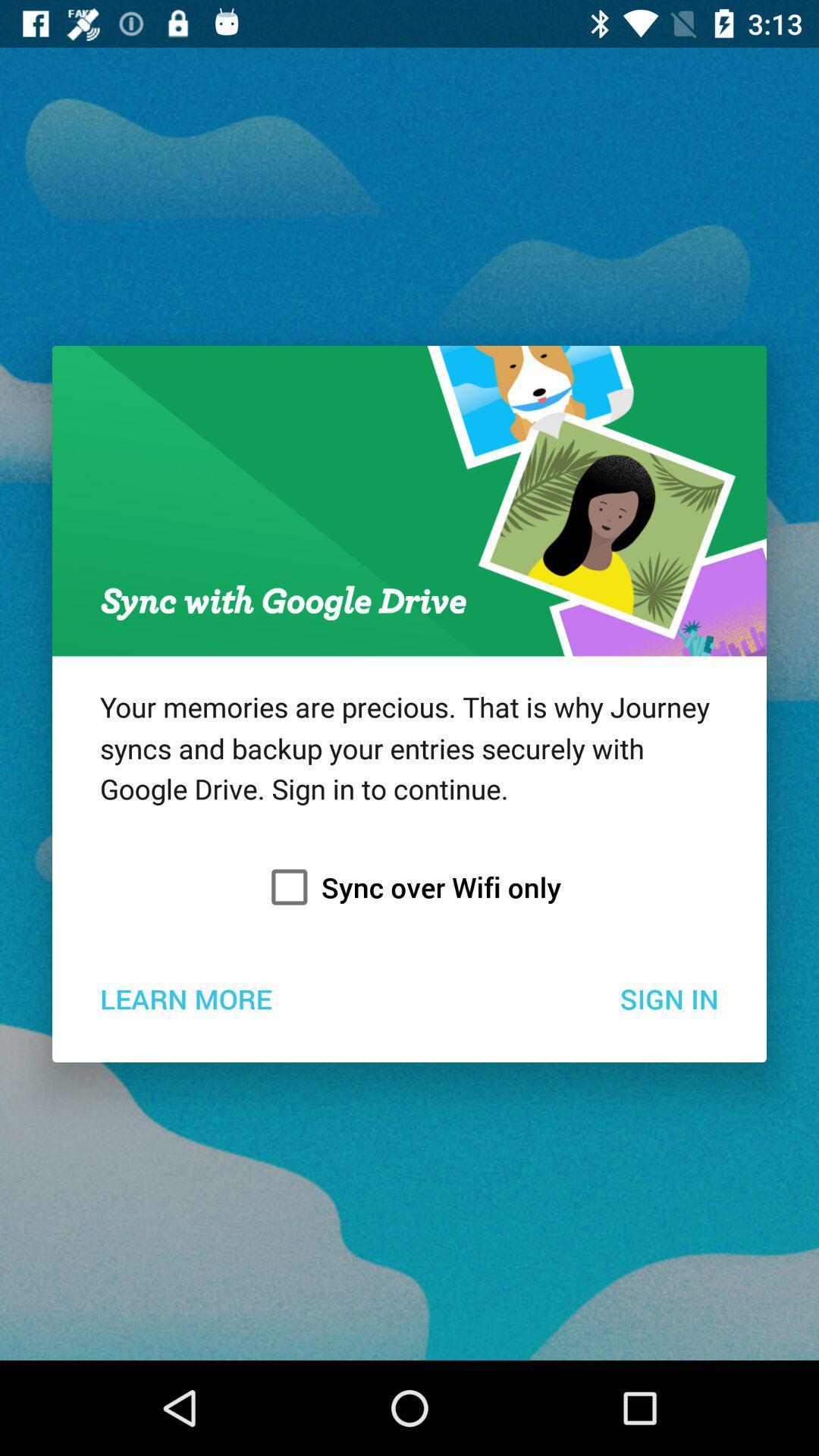 The width and height of the screenshot is (819, 1456). Describe the element at coordinates (185, 998) in the screenshot. I see `the item to the left of the sign in` at that location.